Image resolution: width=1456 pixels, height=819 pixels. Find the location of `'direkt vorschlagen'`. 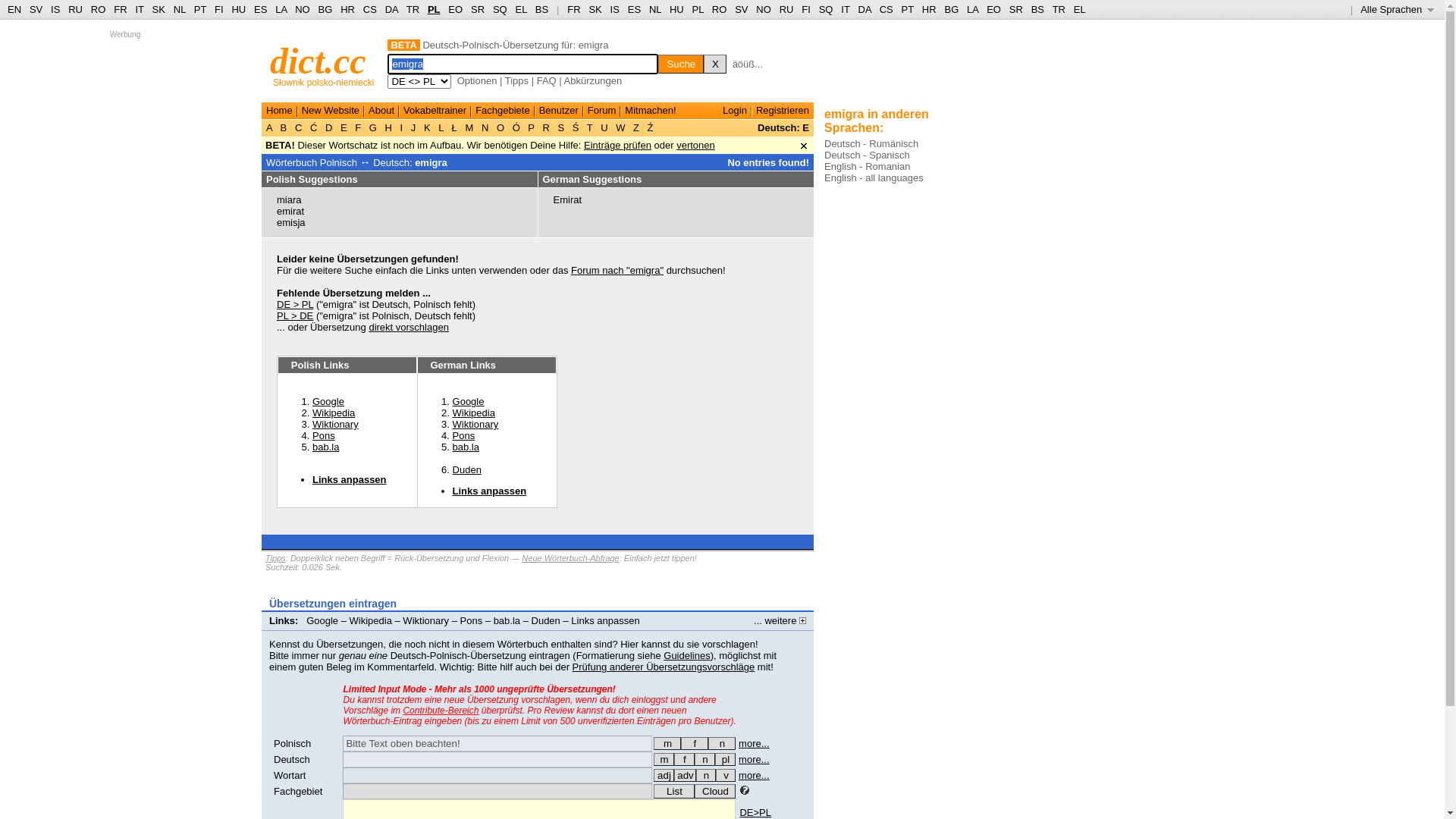

'direkt vorschlagen' is located at coordinates (408, 326).